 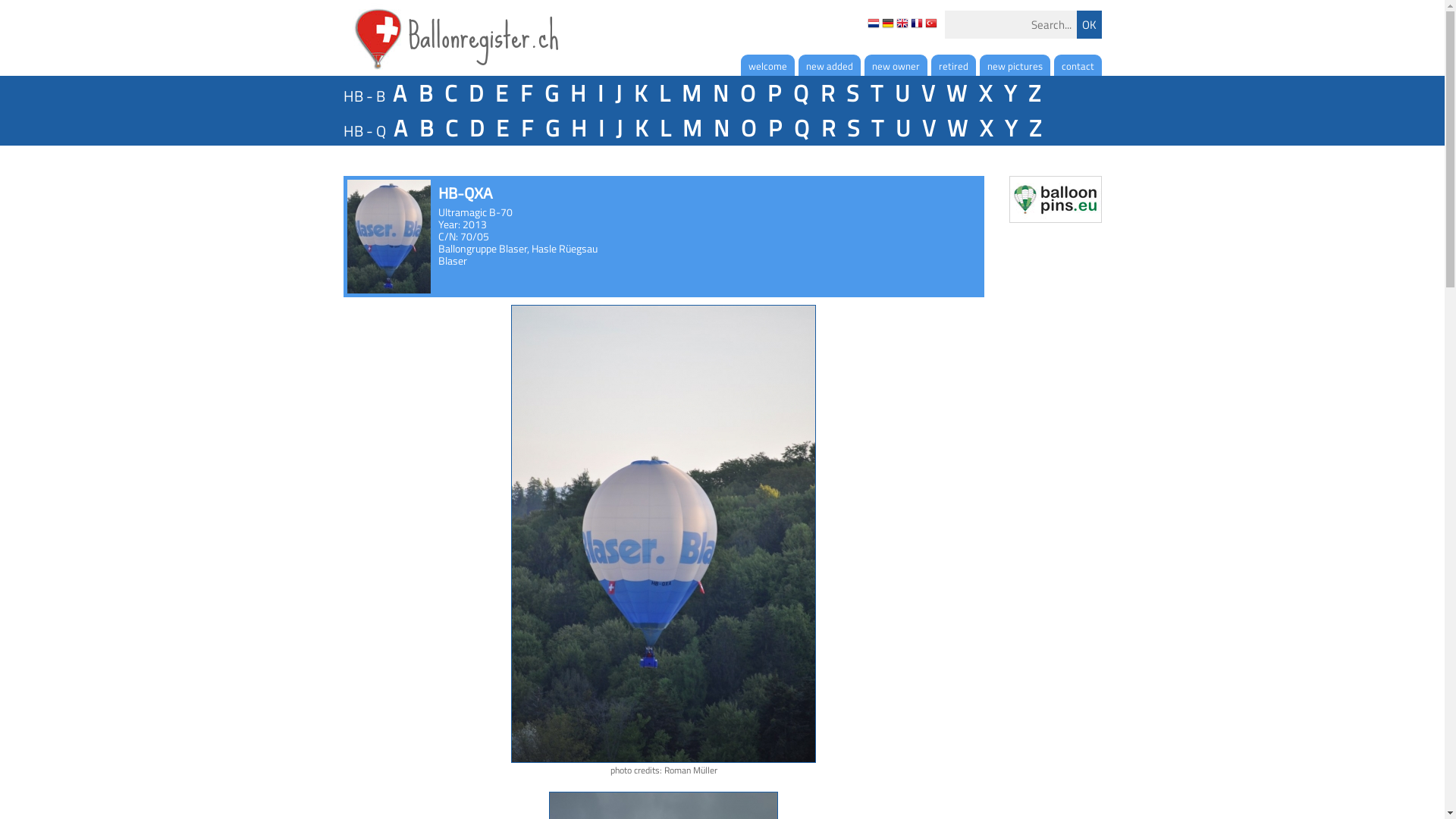 What do you see at coordinates (599, 127) in the screenshot?
I see `'I'` at bounding box center [599, 127].